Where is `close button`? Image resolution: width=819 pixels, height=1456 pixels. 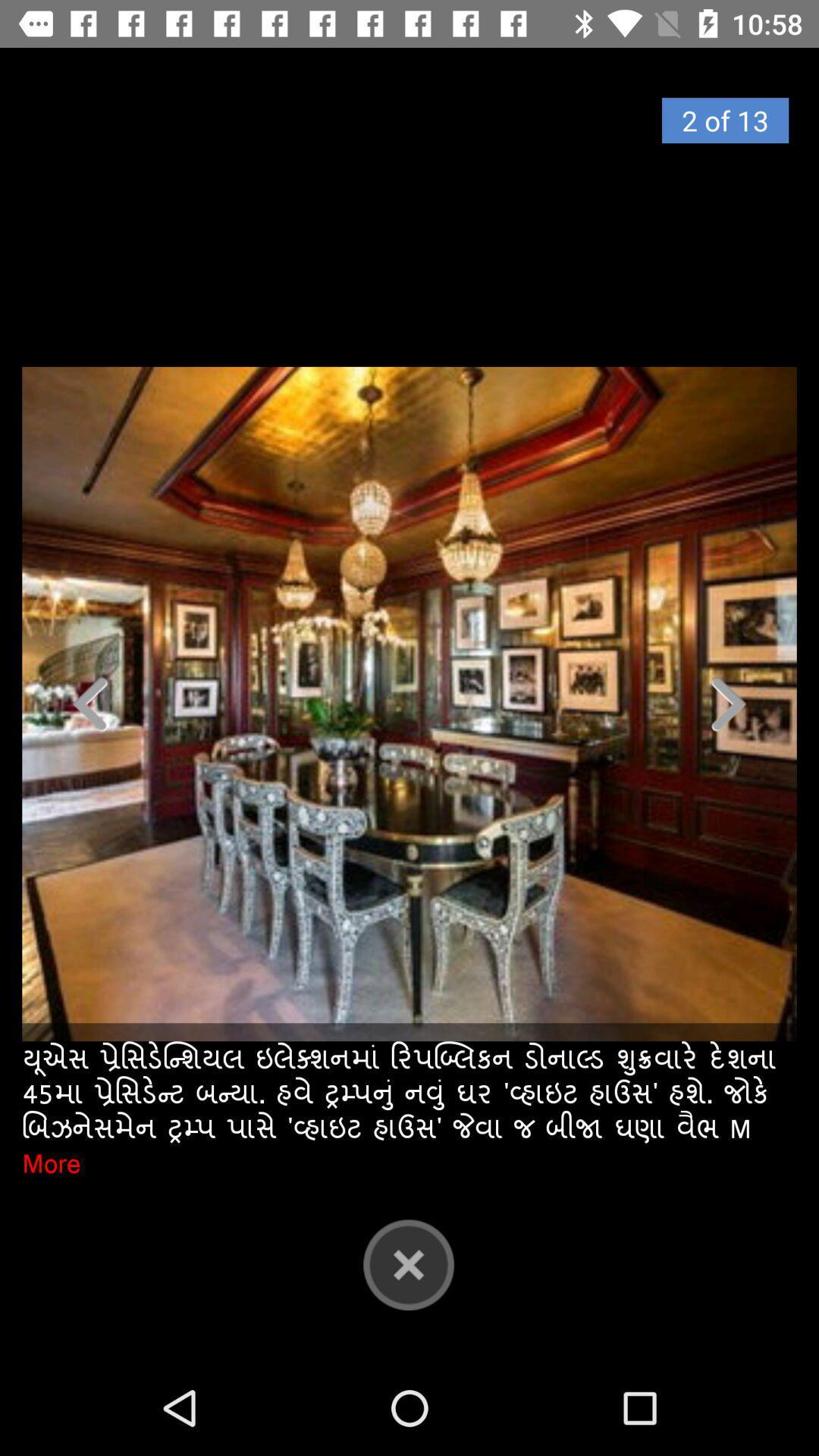
close button is located at coordinates (408, 1264).